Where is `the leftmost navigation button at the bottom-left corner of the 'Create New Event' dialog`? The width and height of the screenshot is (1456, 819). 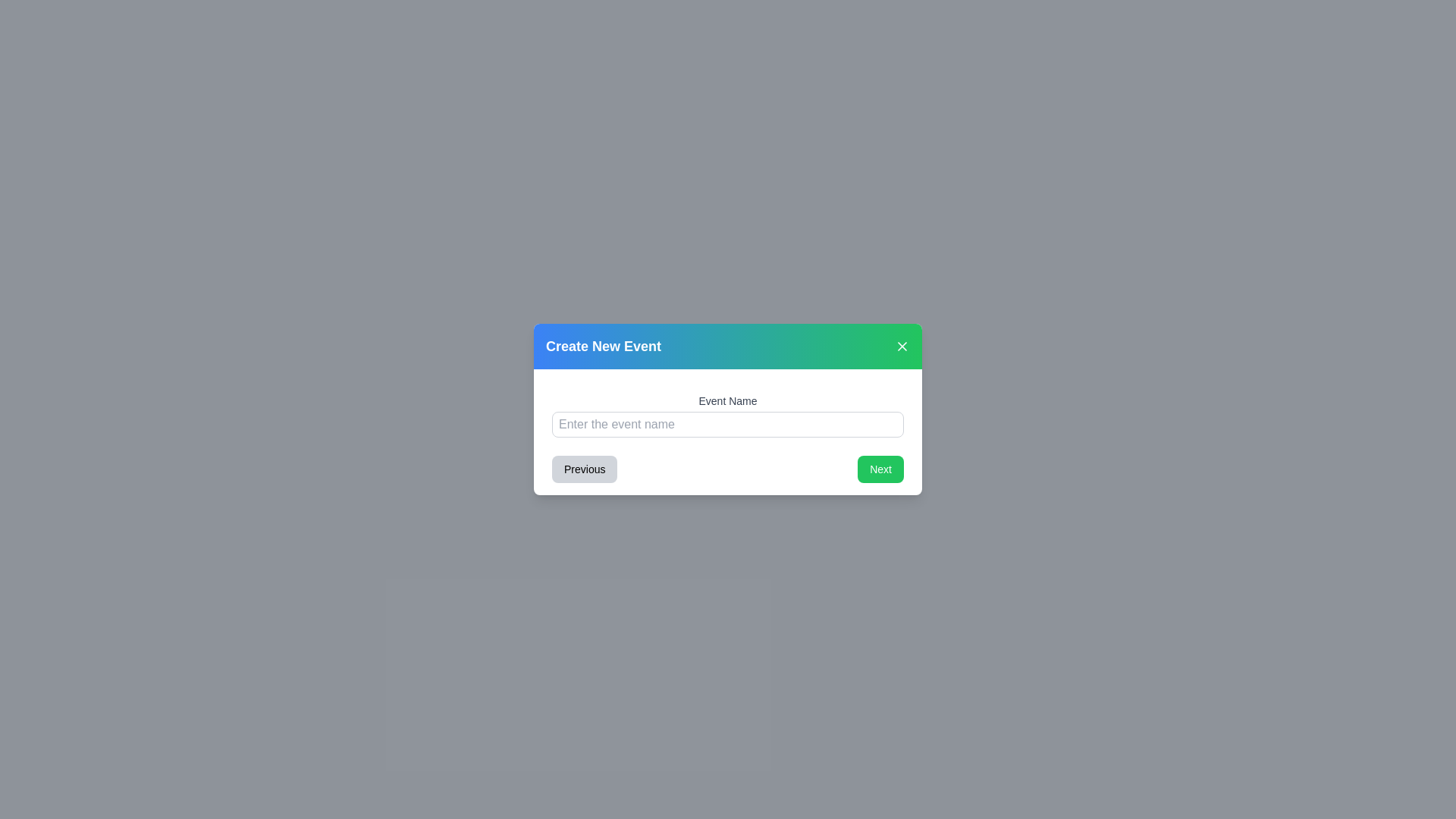 the leftmost navigation button at the bottom-left corner of the 'Create New Event' dialog is located at coordinates (584, 468).